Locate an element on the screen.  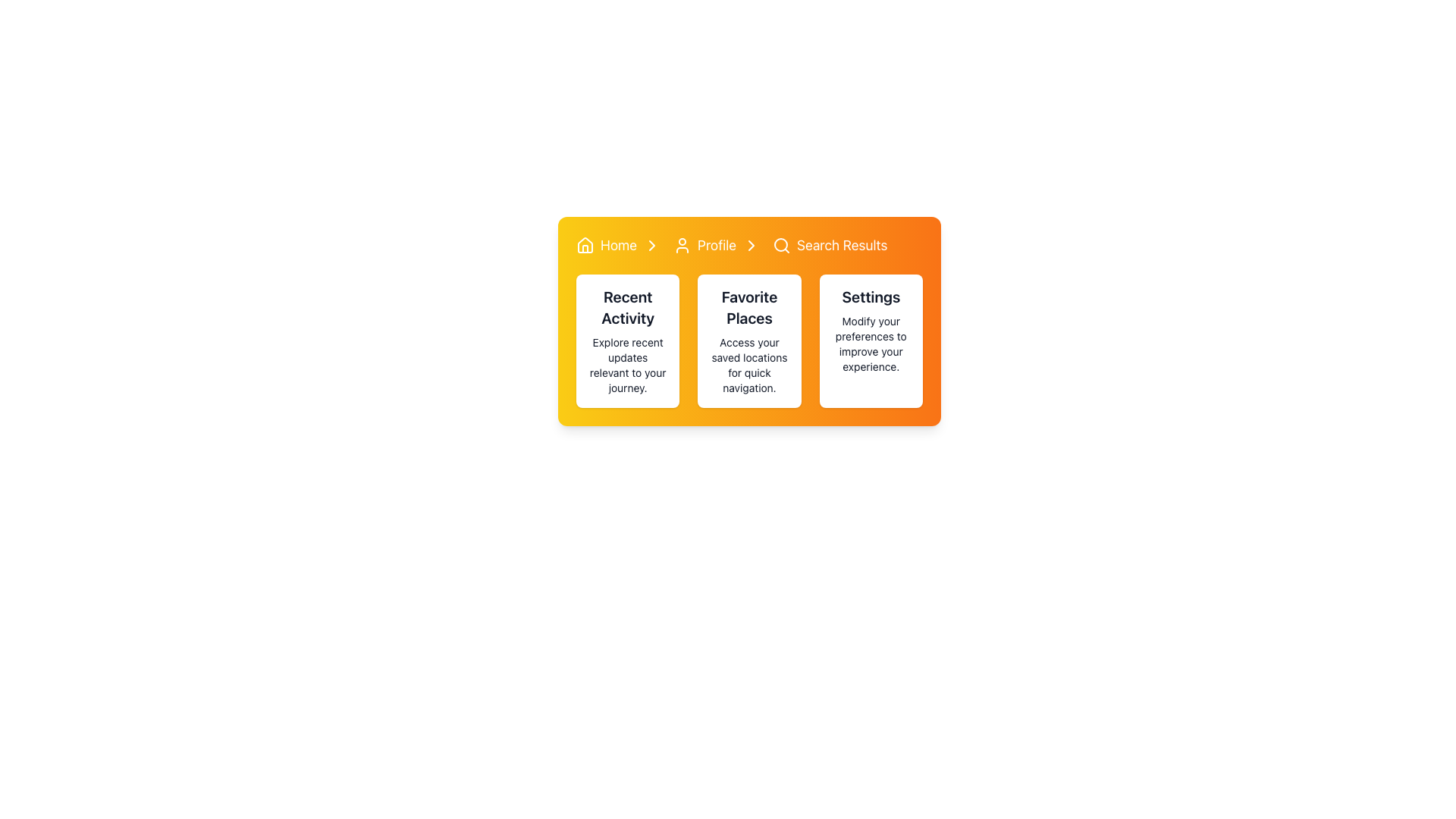
the breadcrumb navigation link directing to the Profile section, which is the second clickable item in the navigation bar following 'Home' is located at coordinates (716, 245).